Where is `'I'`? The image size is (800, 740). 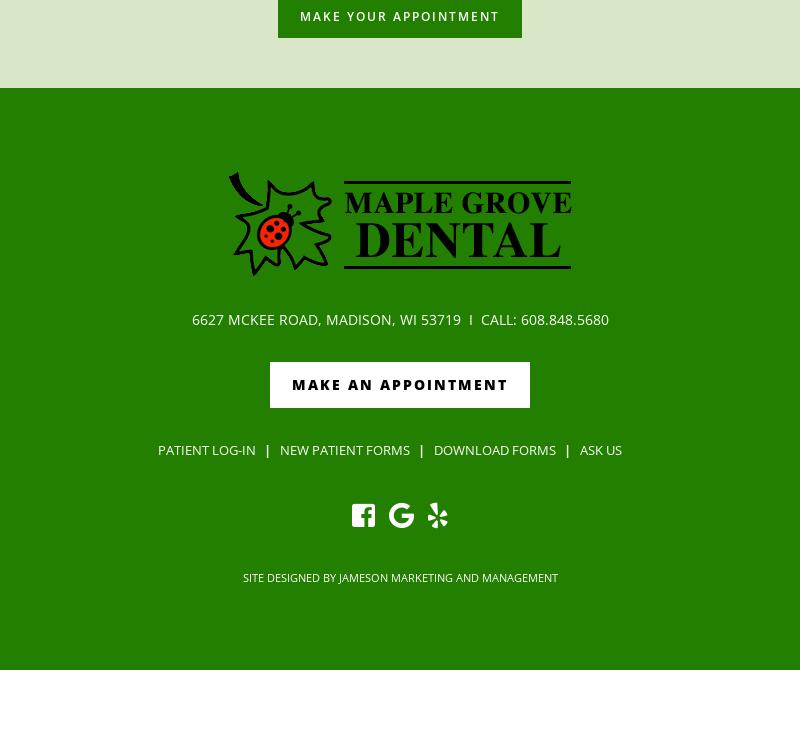 'I' is located at coordinates (470, 318).